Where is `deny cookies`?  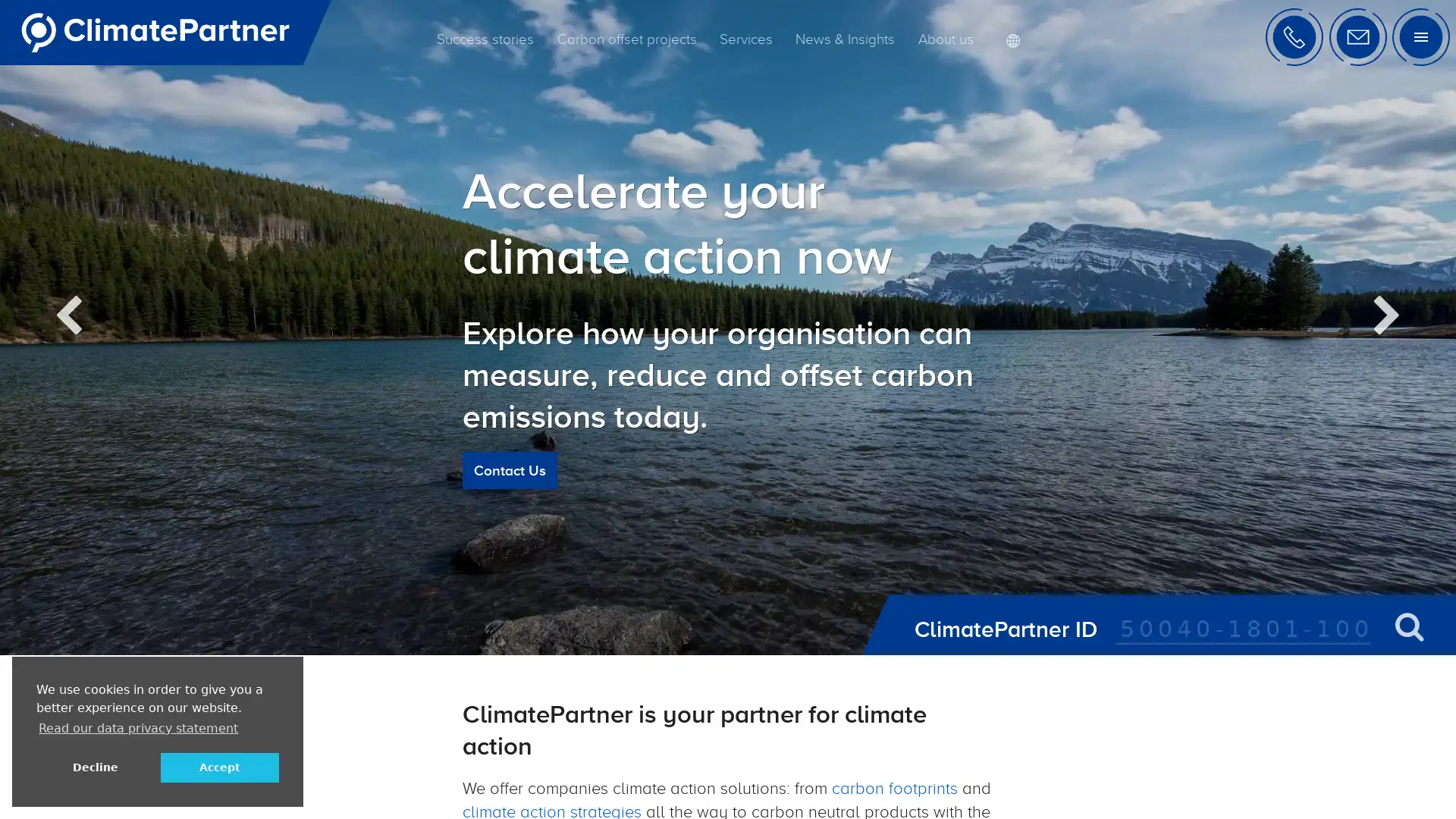 deny cookies is located at coordinates (94, 767).